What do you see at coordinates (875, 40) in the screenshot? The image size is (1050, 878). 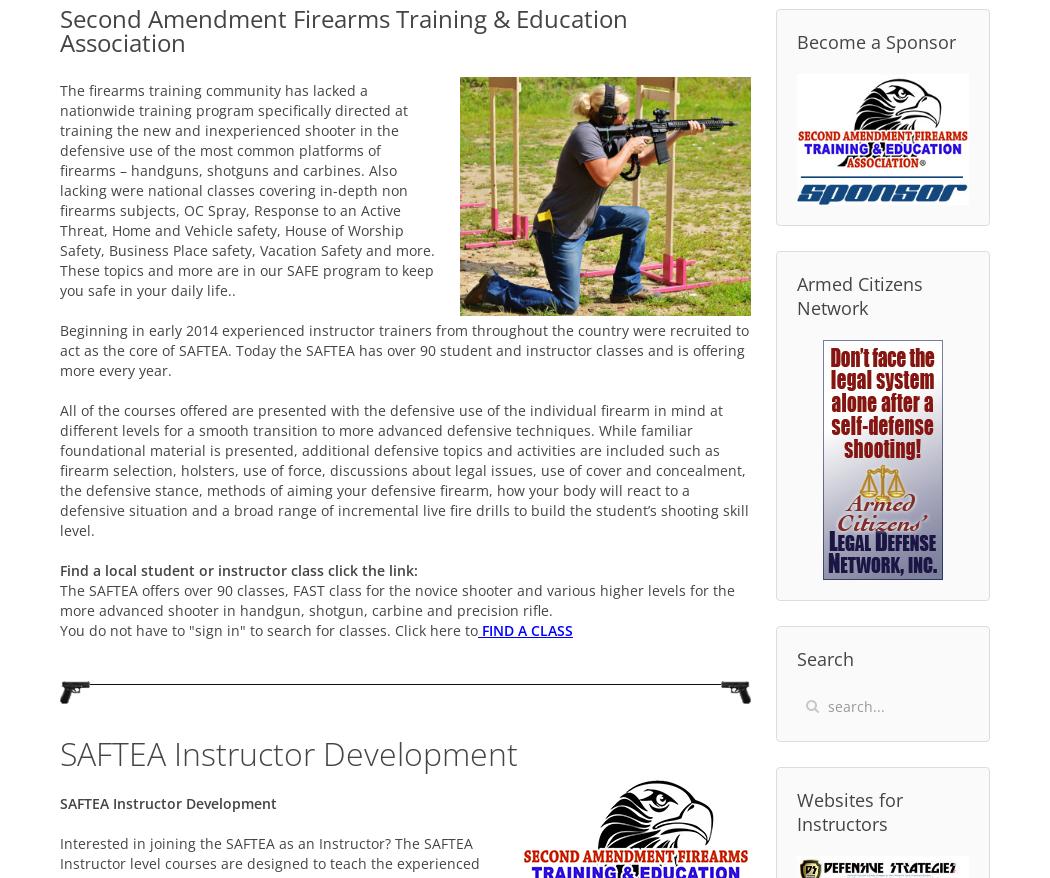 I see `'Become a Sponsor'` at bounding box center [875, 40].